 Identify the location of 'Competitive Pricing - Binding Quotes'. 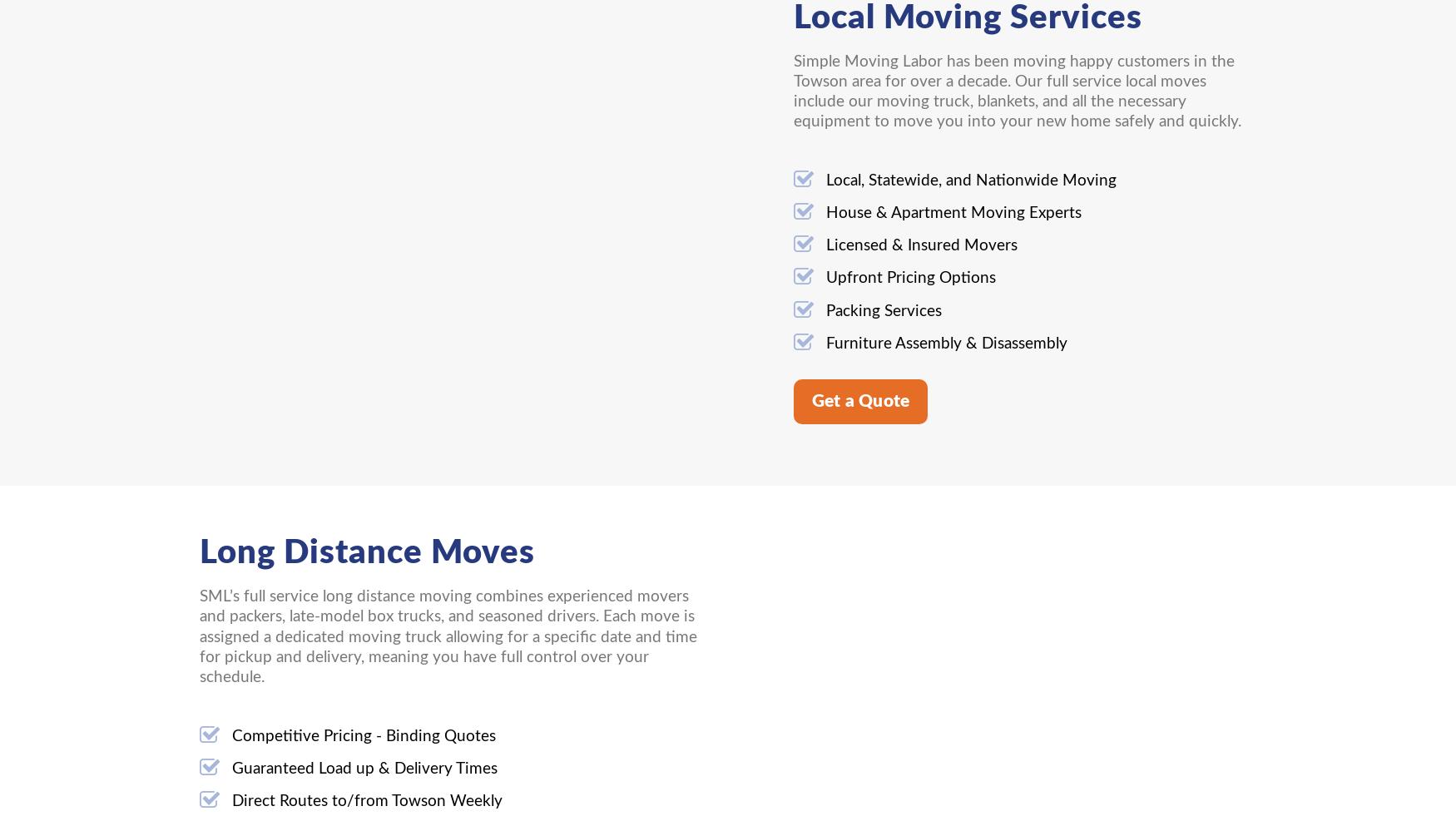
(361, 734).